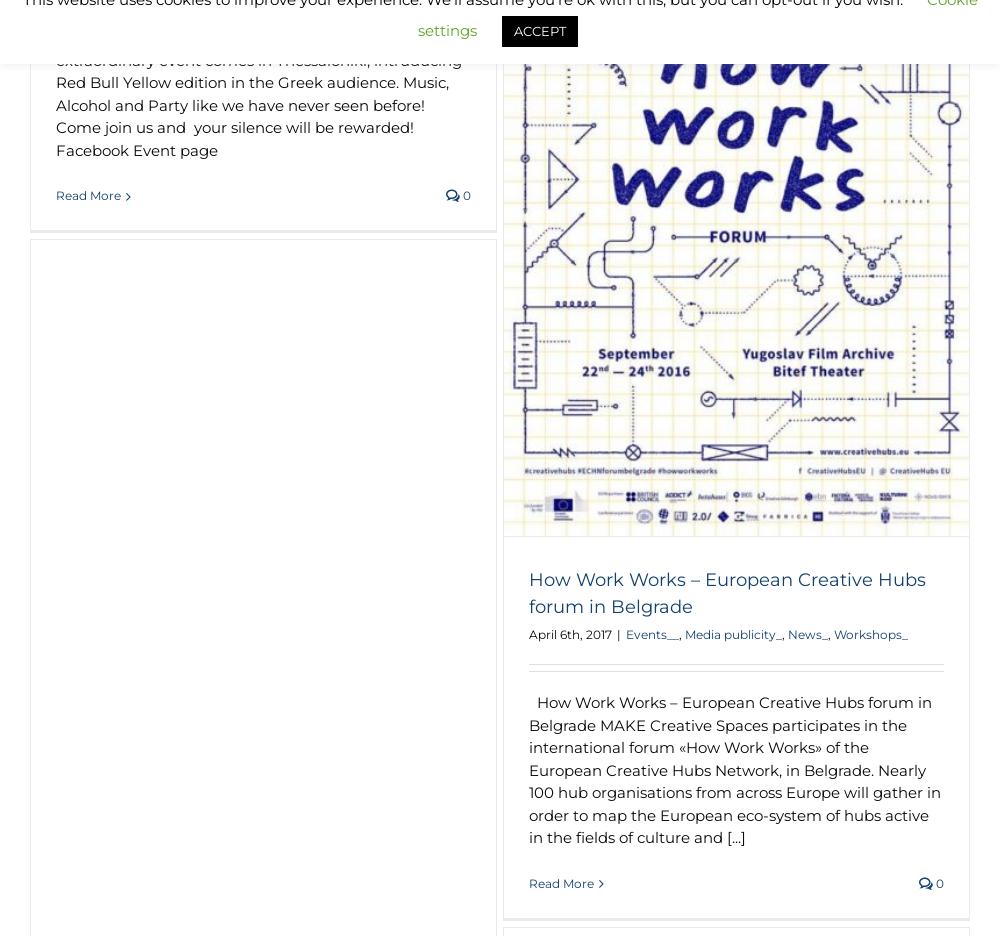  What do you see at coordinates (618, 633) in the screenshot?
I see `'|'` at bounding box center [618, 633].